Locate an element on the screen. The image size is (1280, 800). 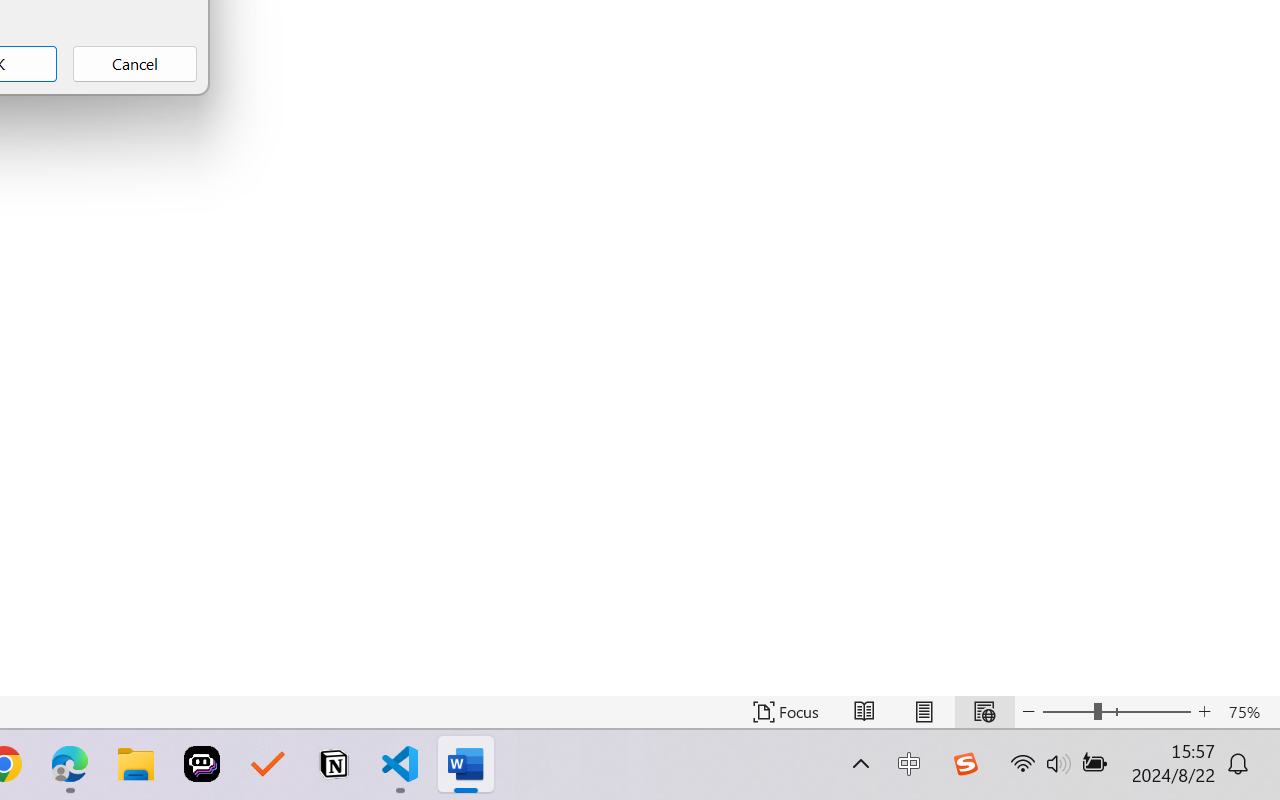
'Zoom In' is located at coordinates (1204, 711).